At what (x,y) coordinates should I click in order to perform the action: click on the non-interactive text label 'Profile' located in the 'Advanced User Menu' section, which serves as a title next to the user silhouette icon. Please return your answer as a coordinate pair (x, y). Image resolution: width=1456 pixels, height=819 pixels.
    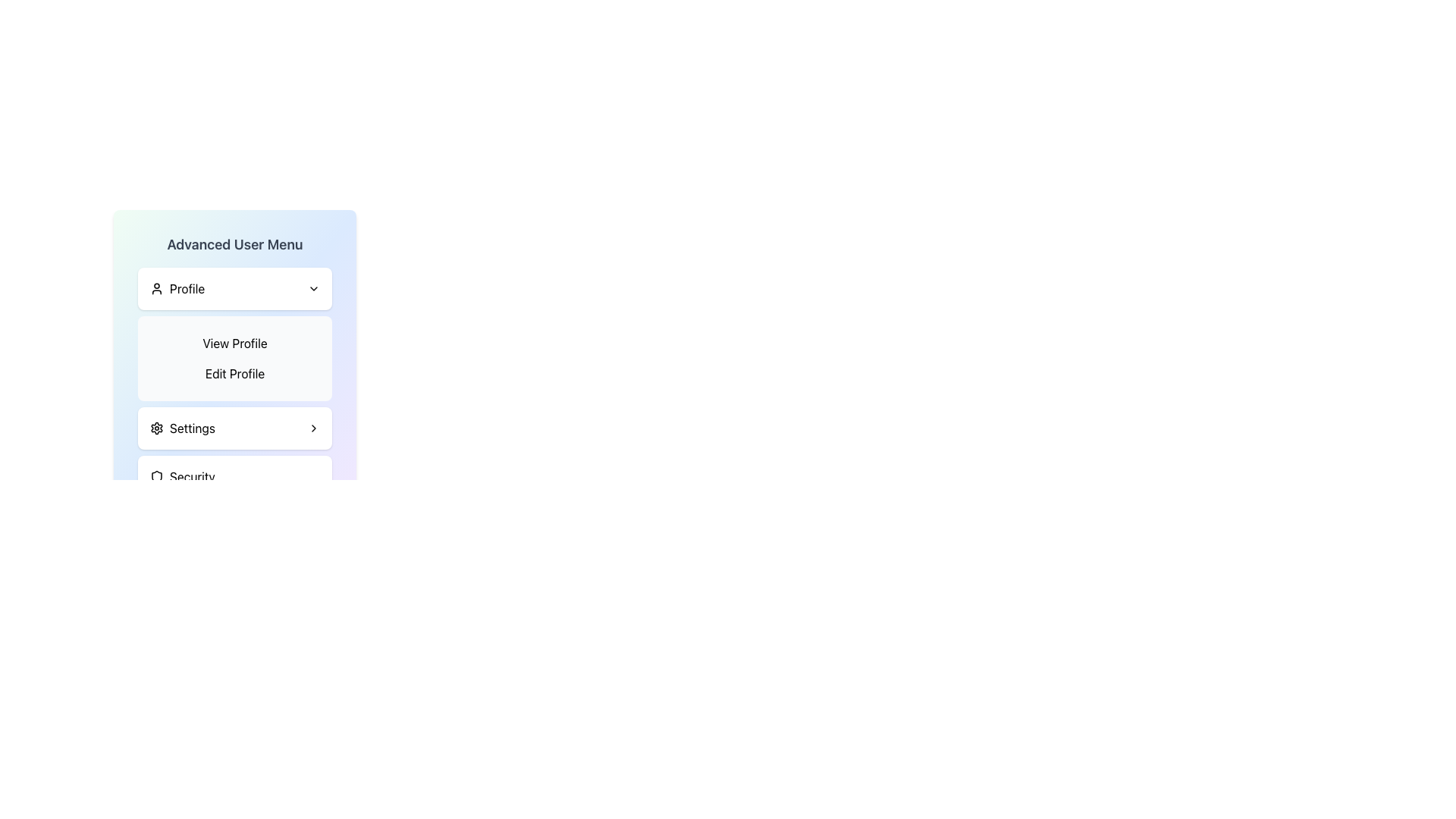
    Looking at the image, I should click on (187, 289).